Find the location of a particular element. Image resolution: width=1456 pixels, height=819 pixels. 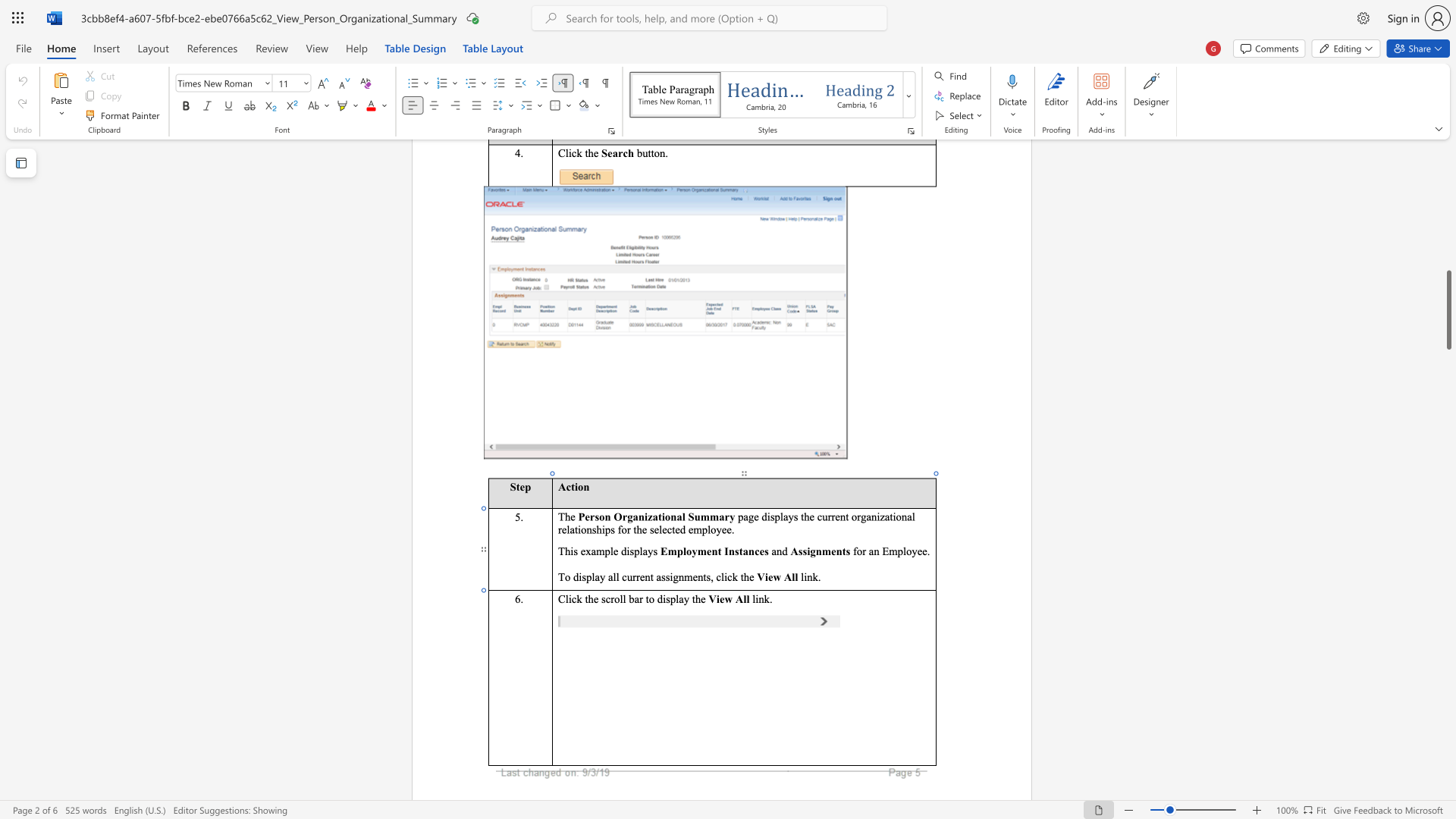

the 1th character "l" in the text is located at coordinates (905, 551).